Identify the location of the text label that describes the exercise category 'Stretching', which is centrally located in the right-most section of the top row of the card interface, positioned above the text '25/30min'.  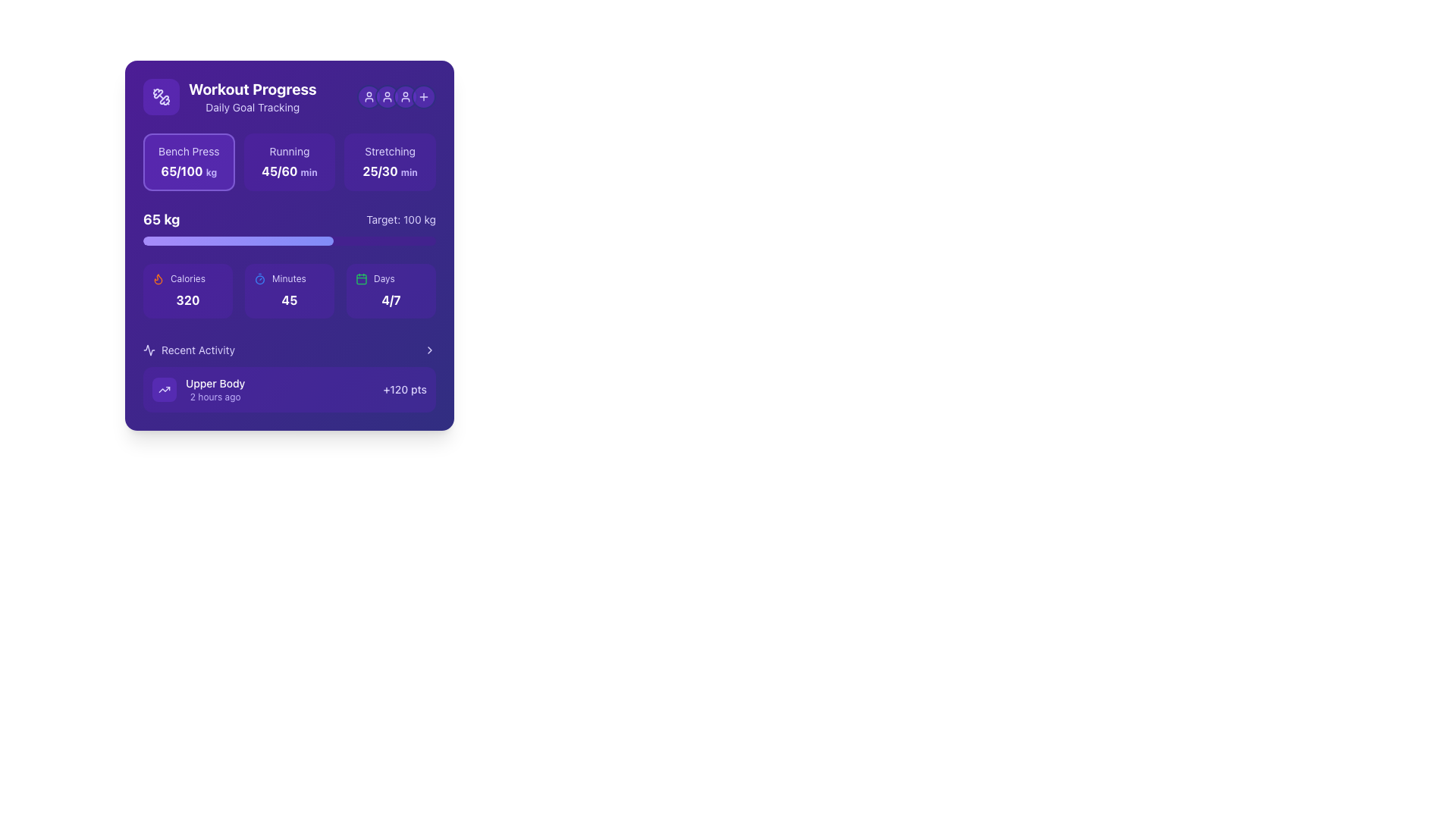
(390, 152).